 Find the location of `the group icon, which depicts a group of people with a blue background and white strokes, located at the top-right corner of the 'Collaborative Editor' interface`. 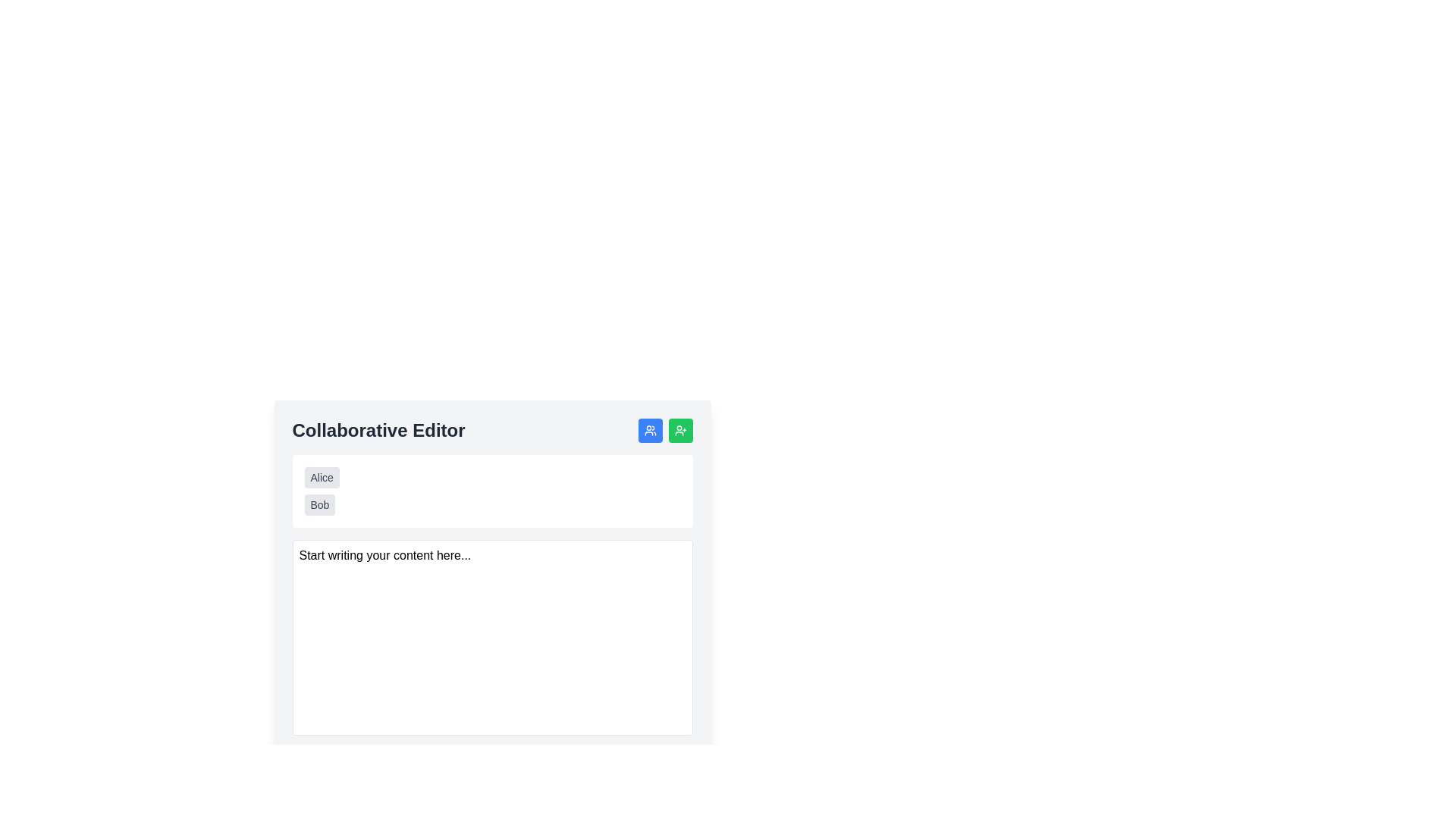

the group icon, which depicts a group of people with a blue background and white strokes, located at the top-right corner of the 'Collaborative Editor' interface is located at coordinates (650, 430).